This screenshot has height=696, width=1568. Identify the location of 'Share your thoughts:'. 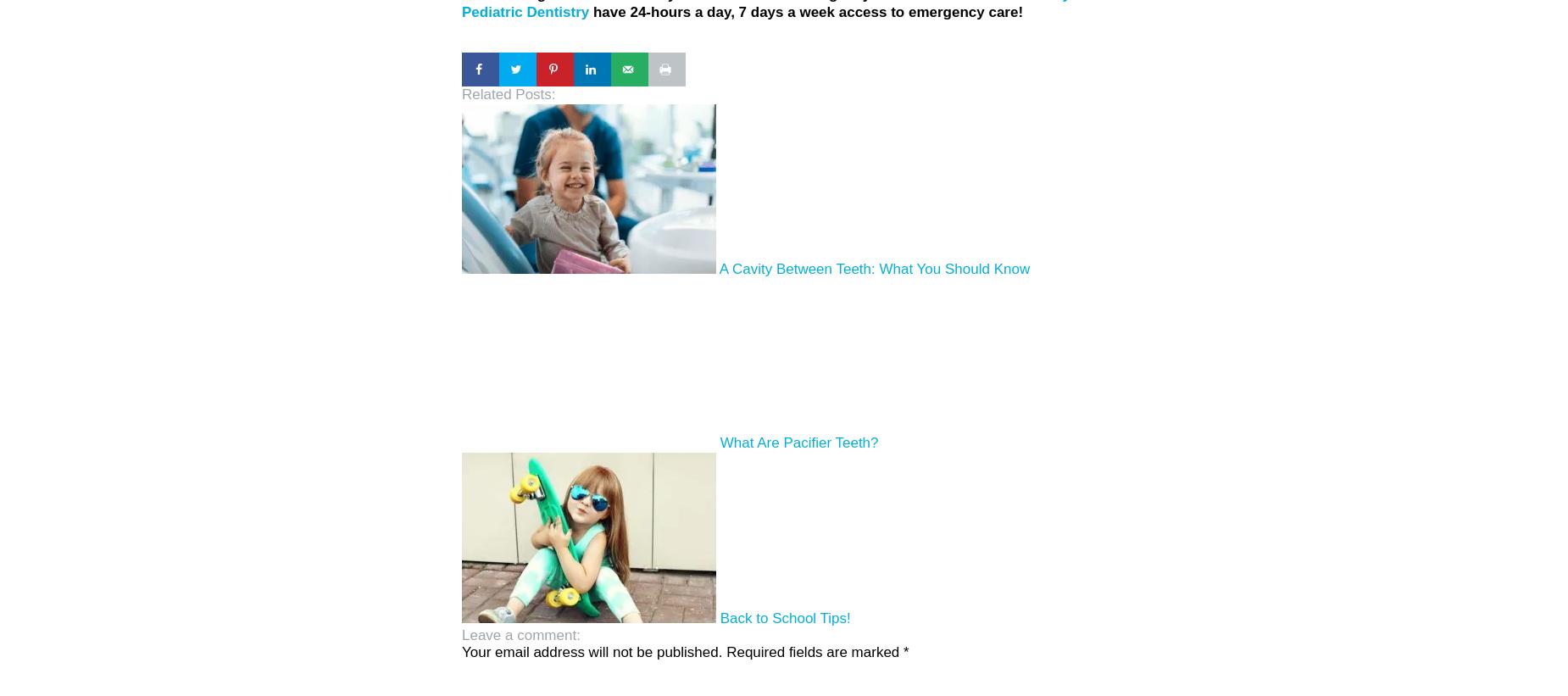
(528, 638).